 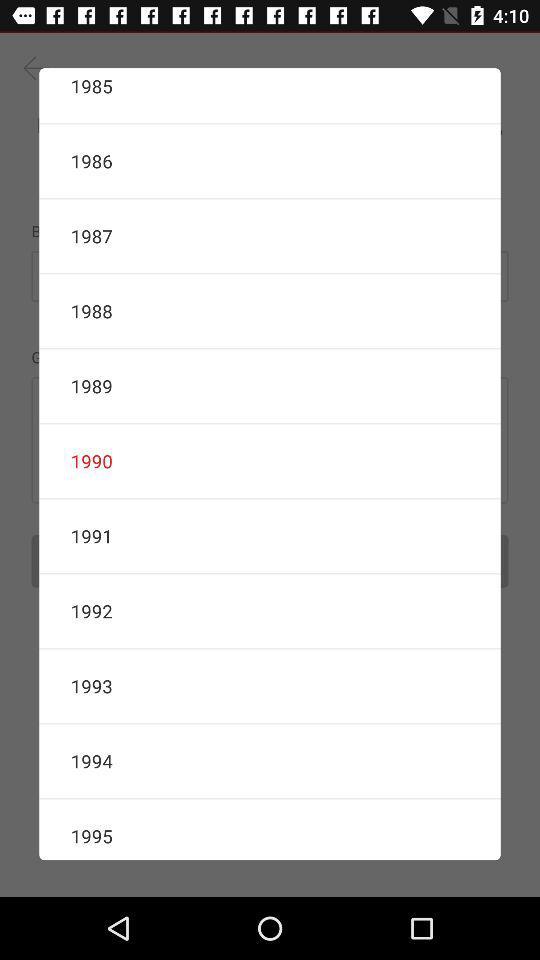 I want to click on the 1989 icon, so click(x=270, y=385).